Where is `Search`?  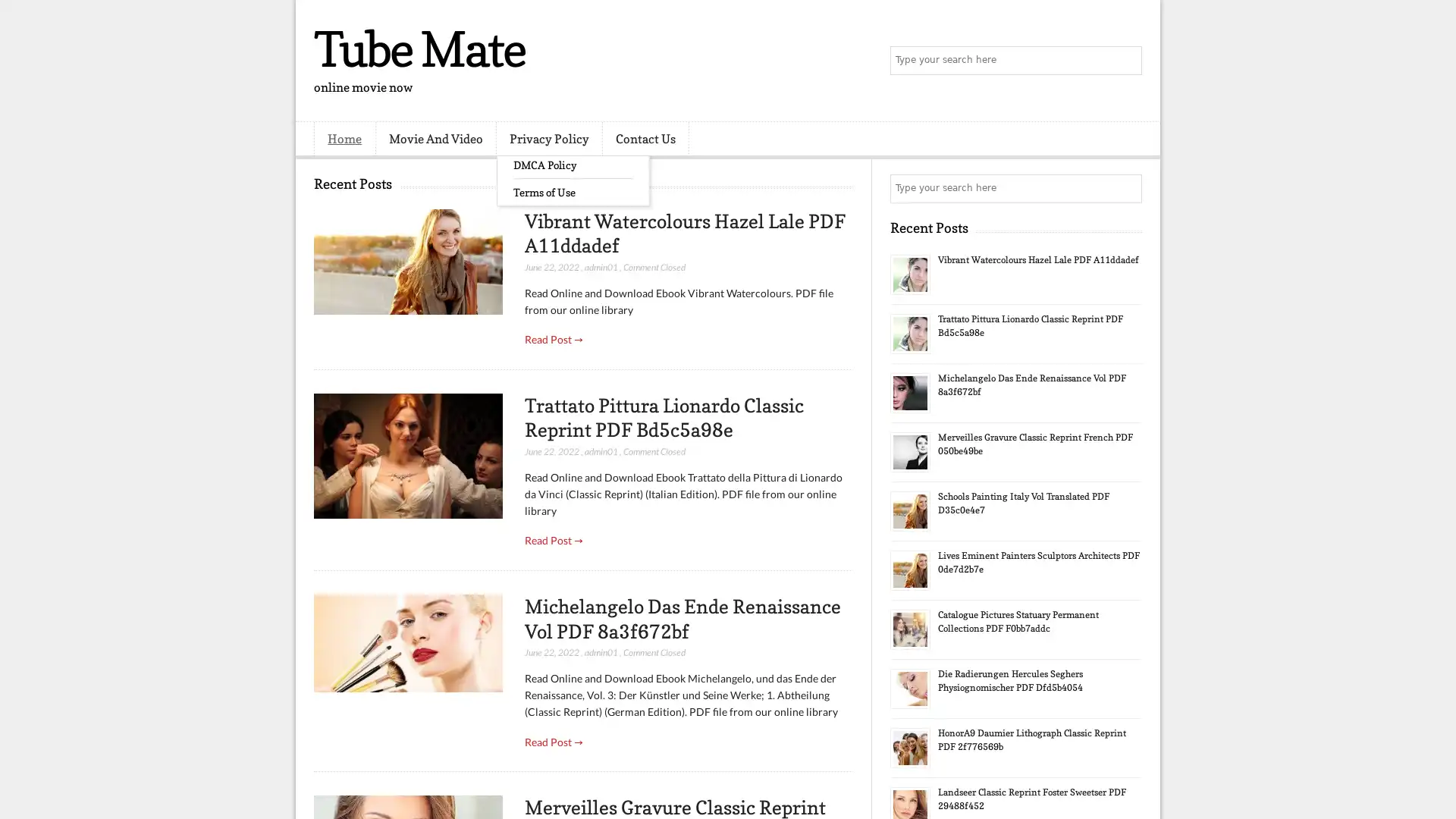 Search is located at coordinates (1126, 188).